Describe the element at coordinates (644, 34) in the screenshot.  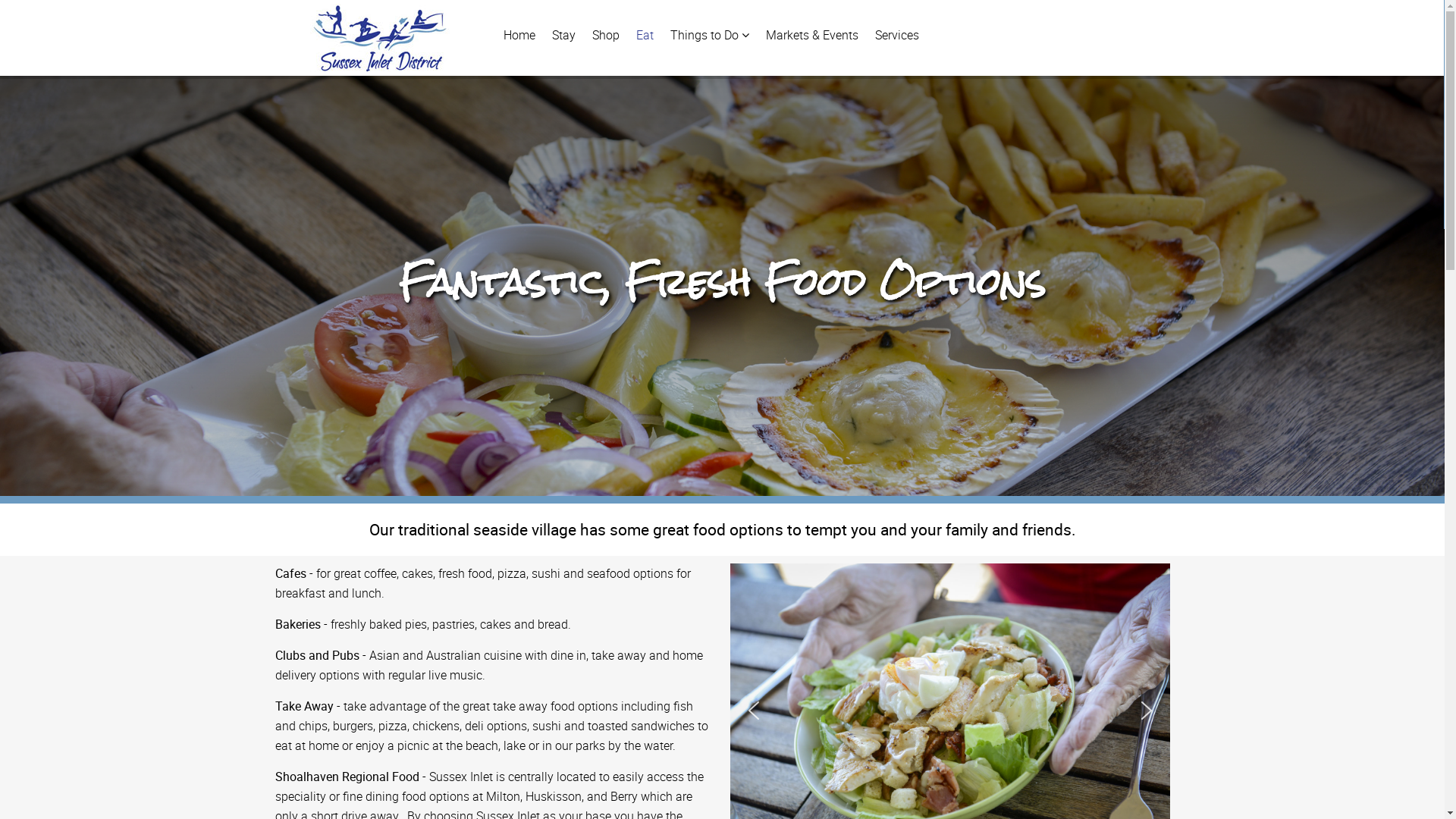
I see `'Eat'` at that location.